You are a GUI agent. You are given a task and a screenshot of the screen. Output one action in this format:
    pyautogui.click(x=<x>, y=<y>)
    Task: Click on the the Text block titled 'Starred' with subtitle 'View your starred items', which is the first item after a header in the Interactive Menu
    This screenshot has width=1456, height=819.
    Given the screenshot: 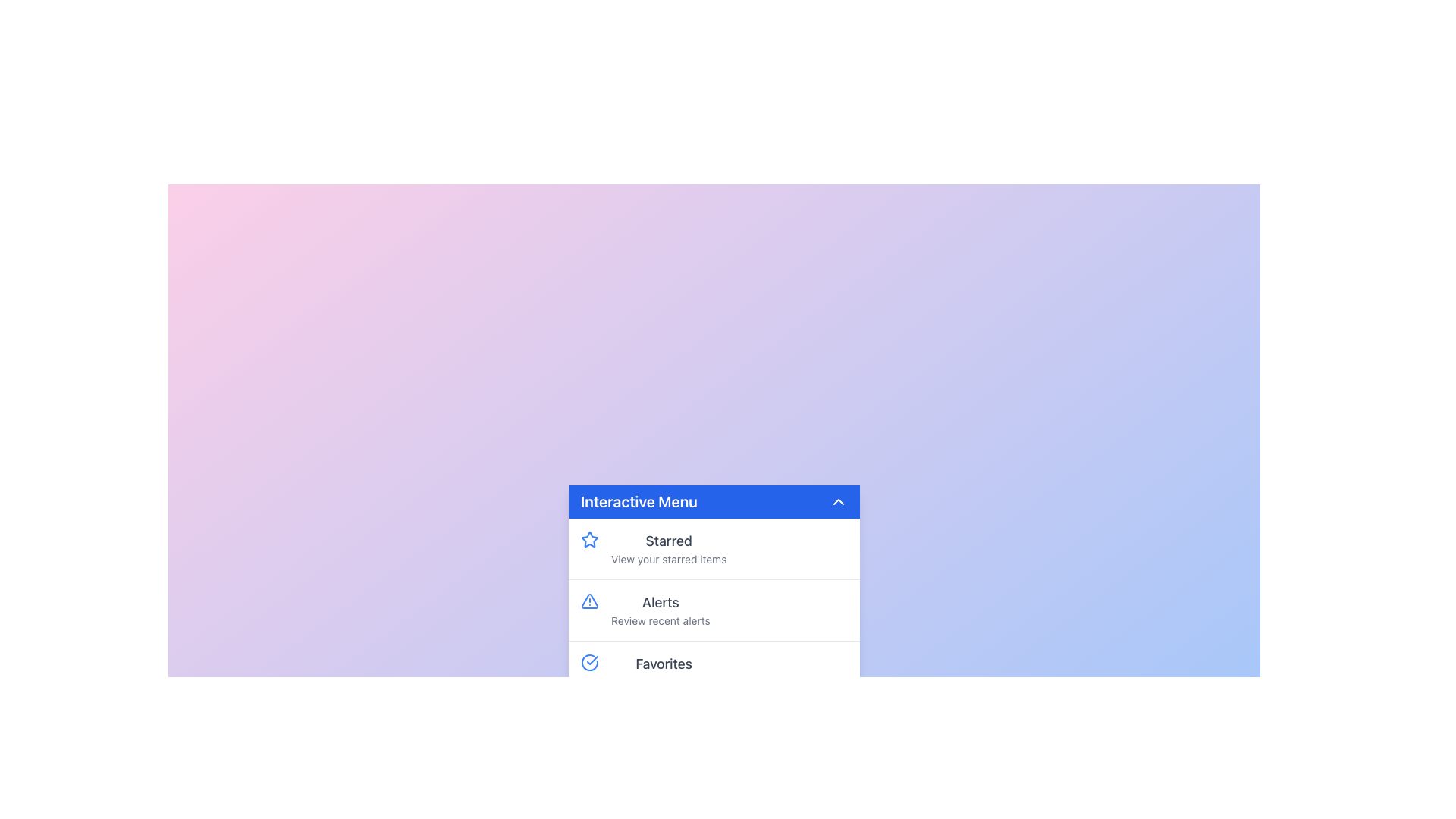 What is the action you would take?
    pyautogui.click(x=668, y=549)
    